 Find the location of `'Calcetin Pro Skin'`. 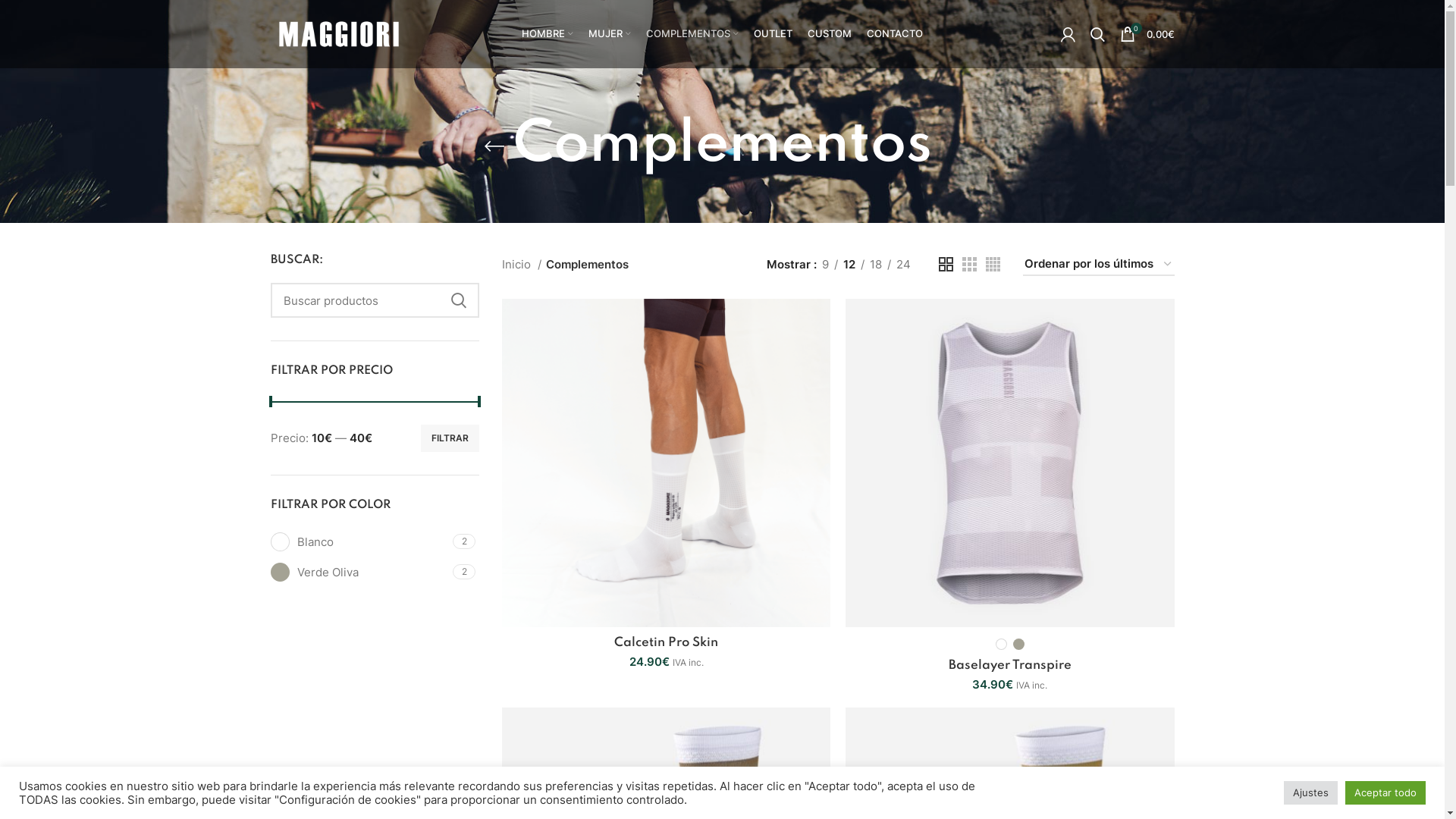

'Calcetin Pro Skin' is located at coordinates (614, 642).